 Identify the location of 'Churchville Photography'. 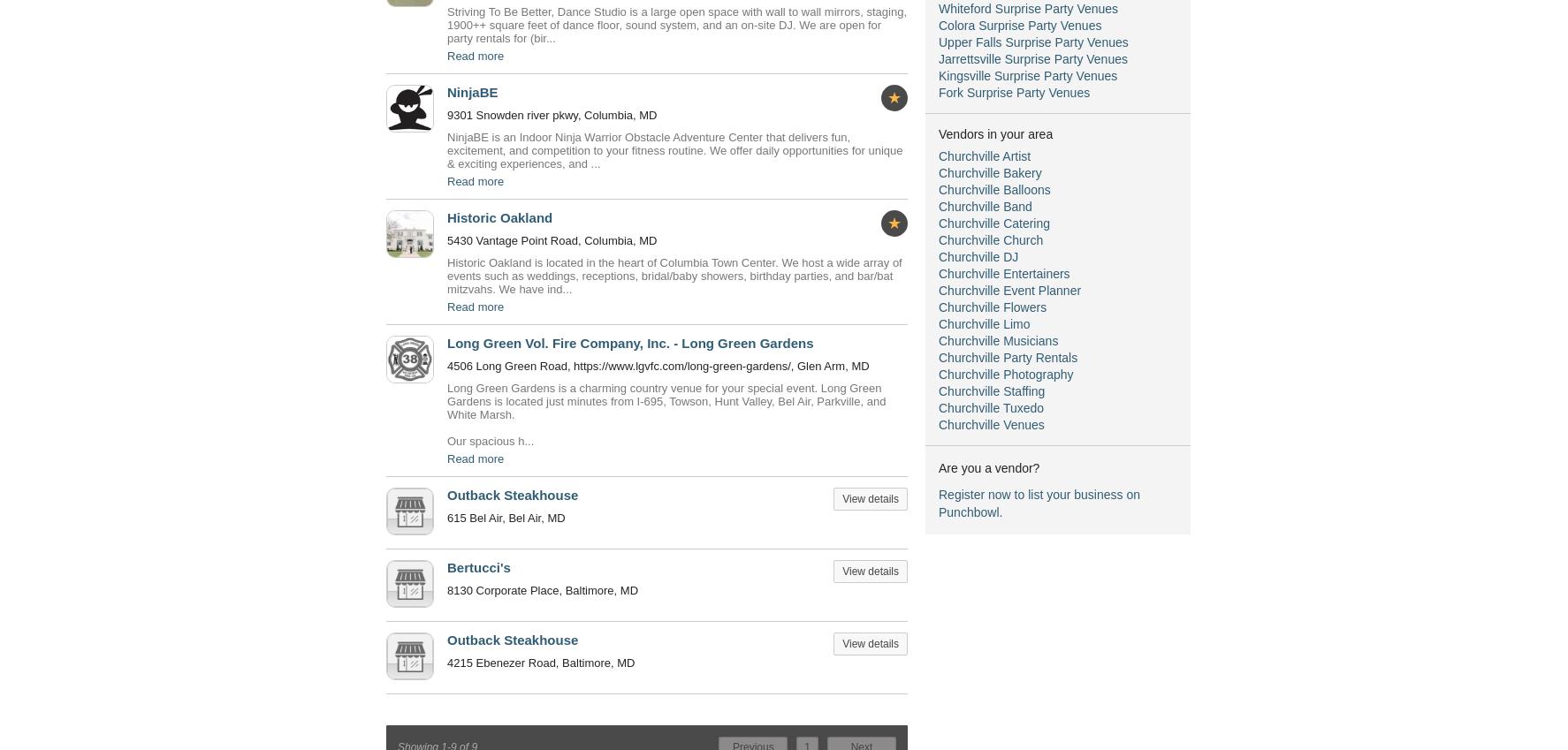
(938, 373).